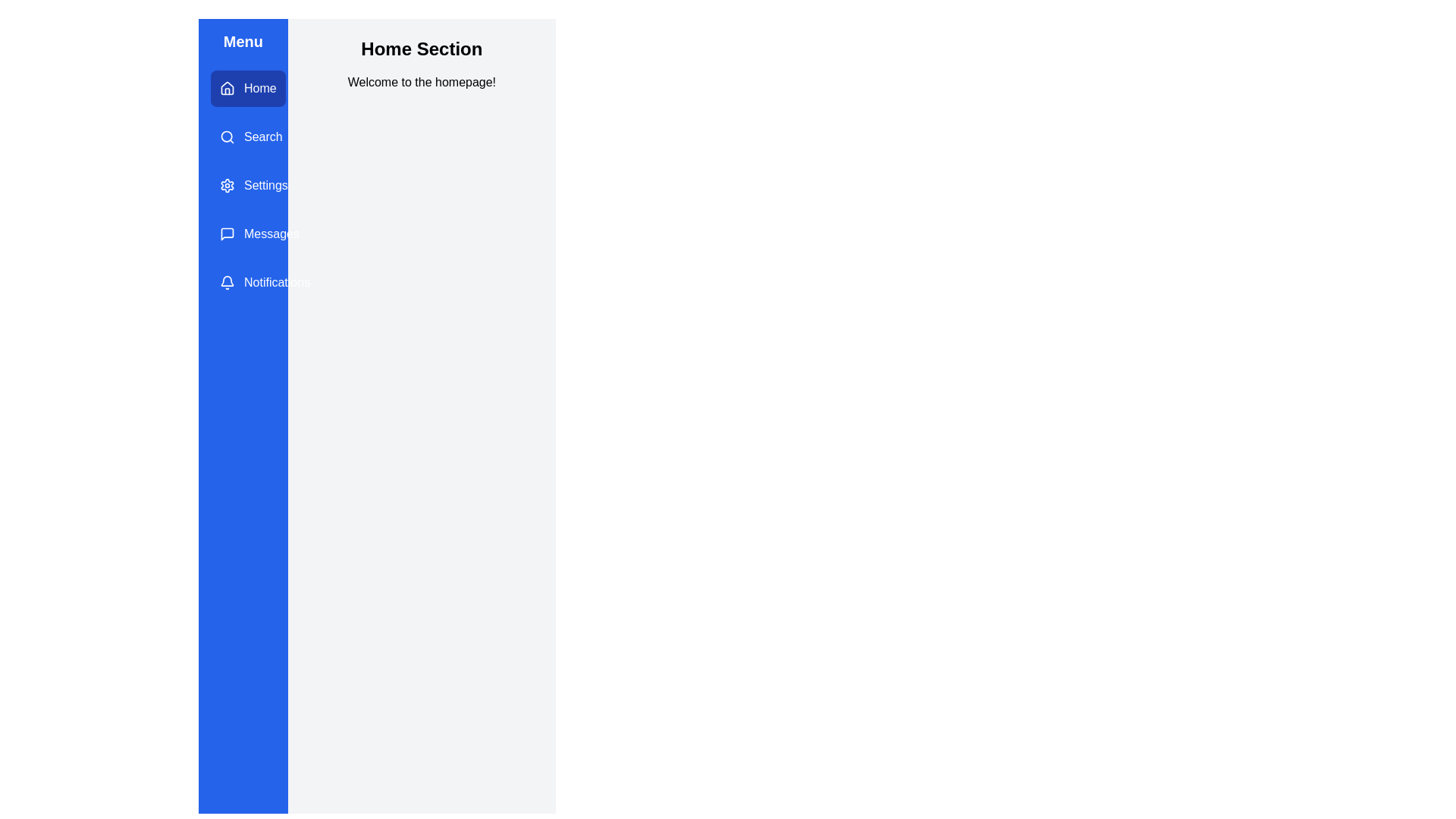 Image resolution: width=1456 pixels, height=819 pixels. Describe the element at coordinates (243, 185) in the screenshot. I see `the 'Settings' menu item in the blue sidebar` at that location.